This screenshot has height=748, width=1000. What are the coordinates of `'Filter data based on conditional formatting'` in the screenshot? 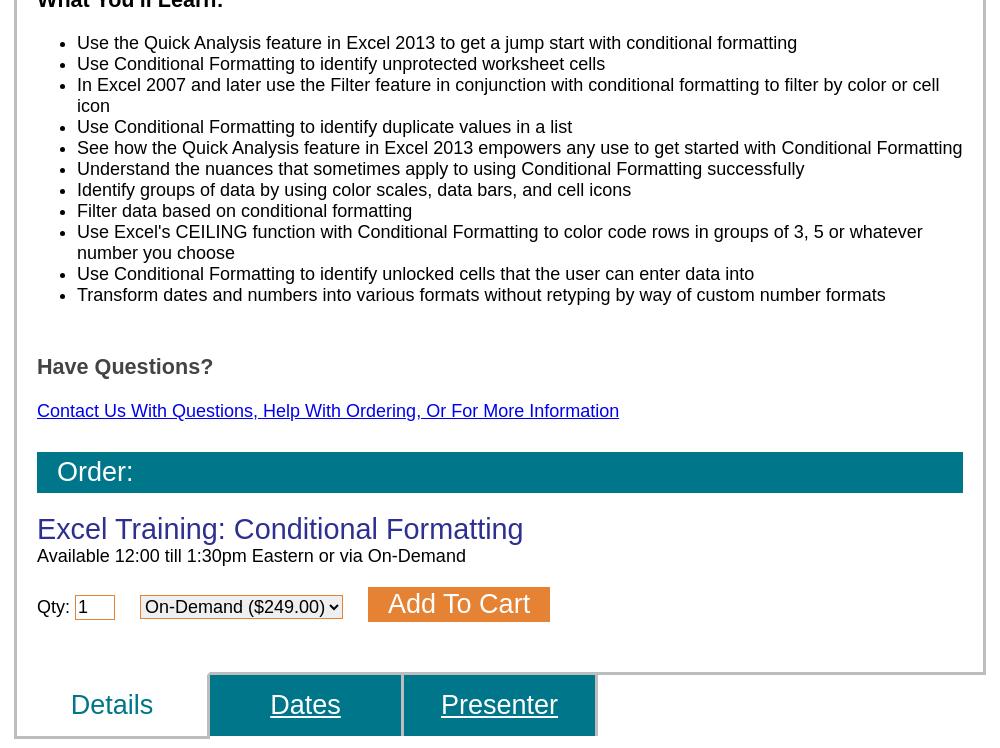 It's located at (76, 211).